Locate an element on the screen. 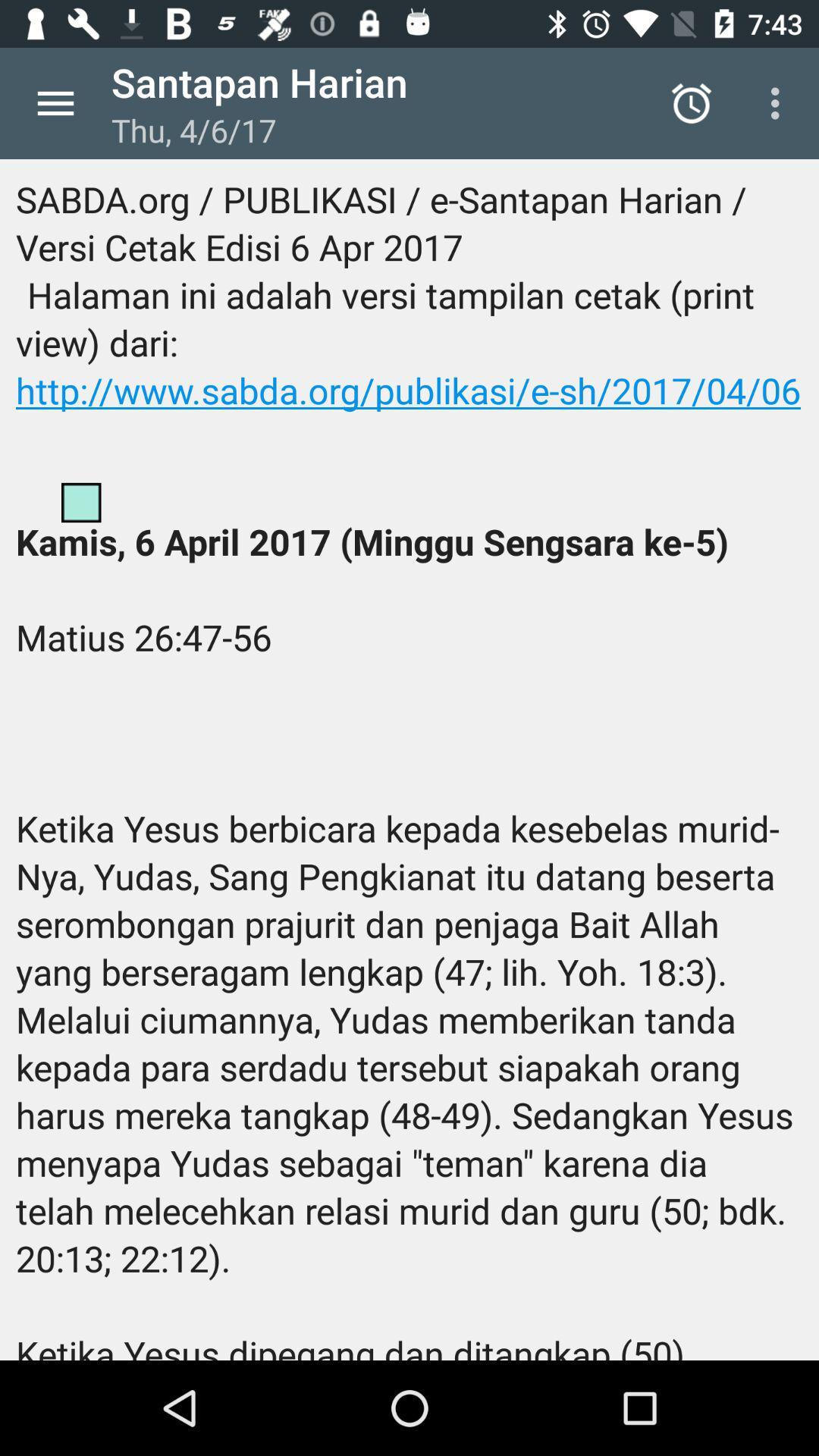 This screenshot has height=1456, width=819. item above sabda org publikasi icon is located at coordinates (55, 102).